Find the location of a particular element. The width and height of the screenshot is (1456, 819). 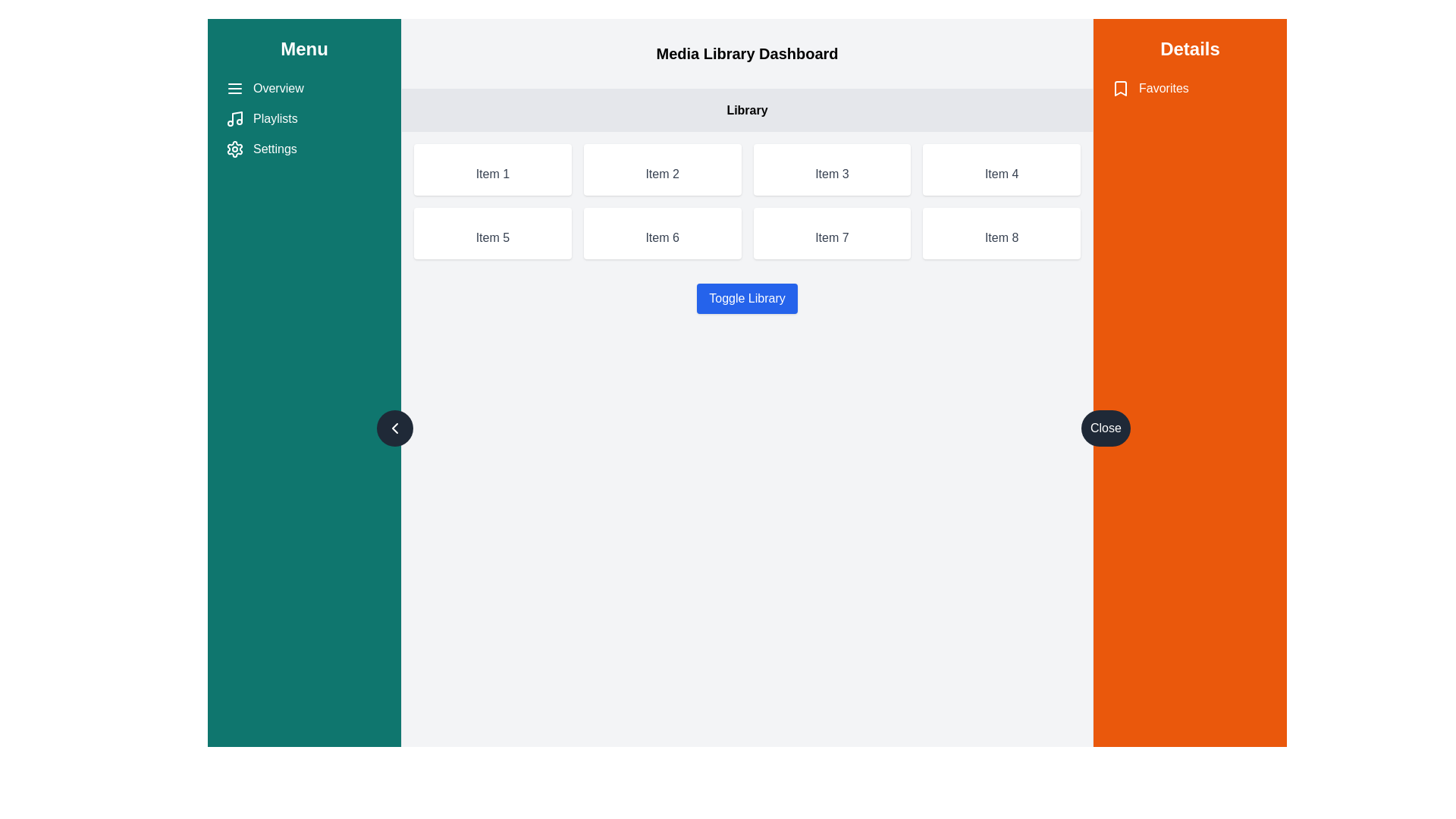

the rectangular button labeled 'Item 6' with a white background and shadow effect is located at coordinates (662, 234).